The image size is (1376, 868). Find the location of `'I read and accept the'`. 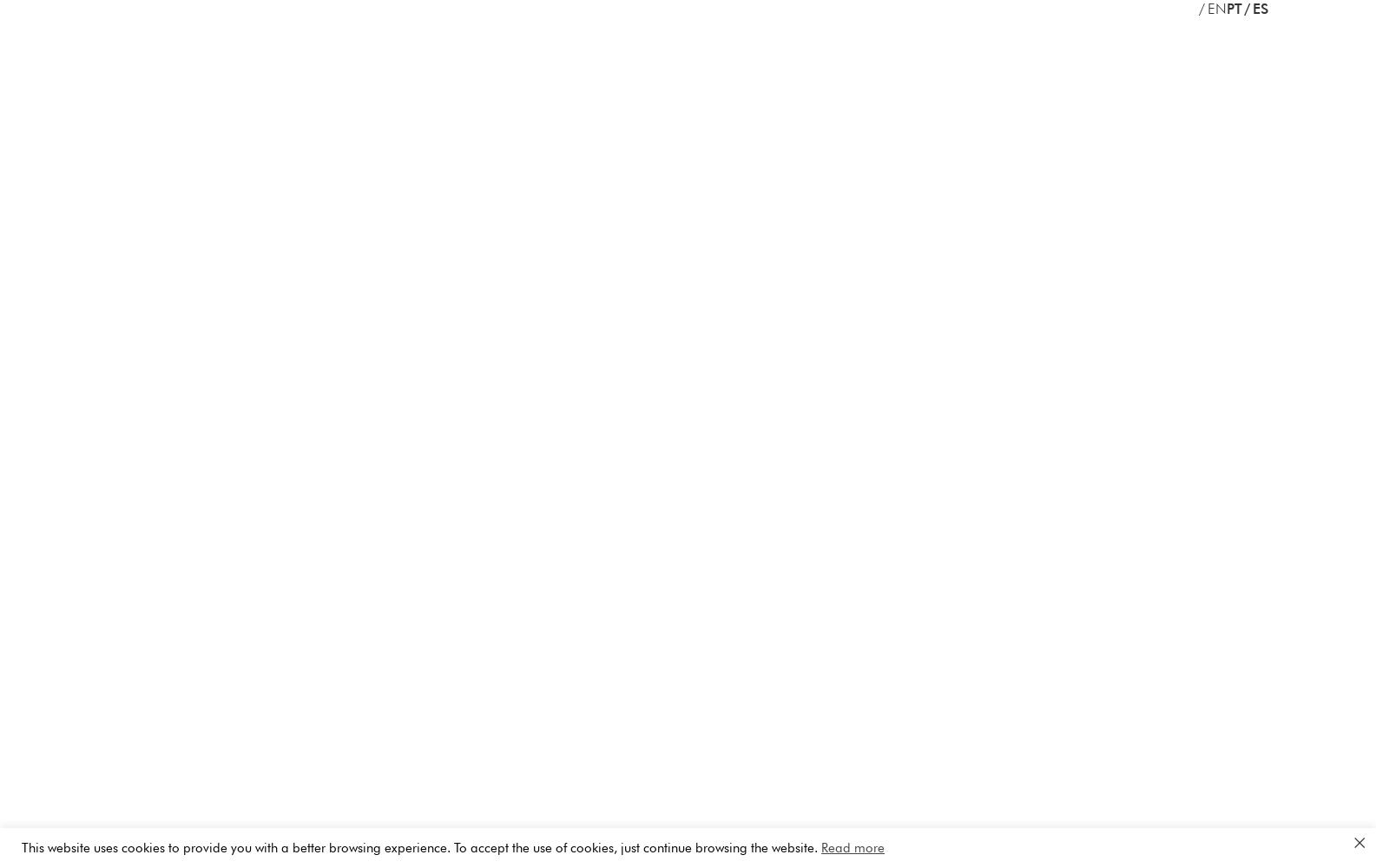

'I read and accept the' is located at coordinates (726, 162).